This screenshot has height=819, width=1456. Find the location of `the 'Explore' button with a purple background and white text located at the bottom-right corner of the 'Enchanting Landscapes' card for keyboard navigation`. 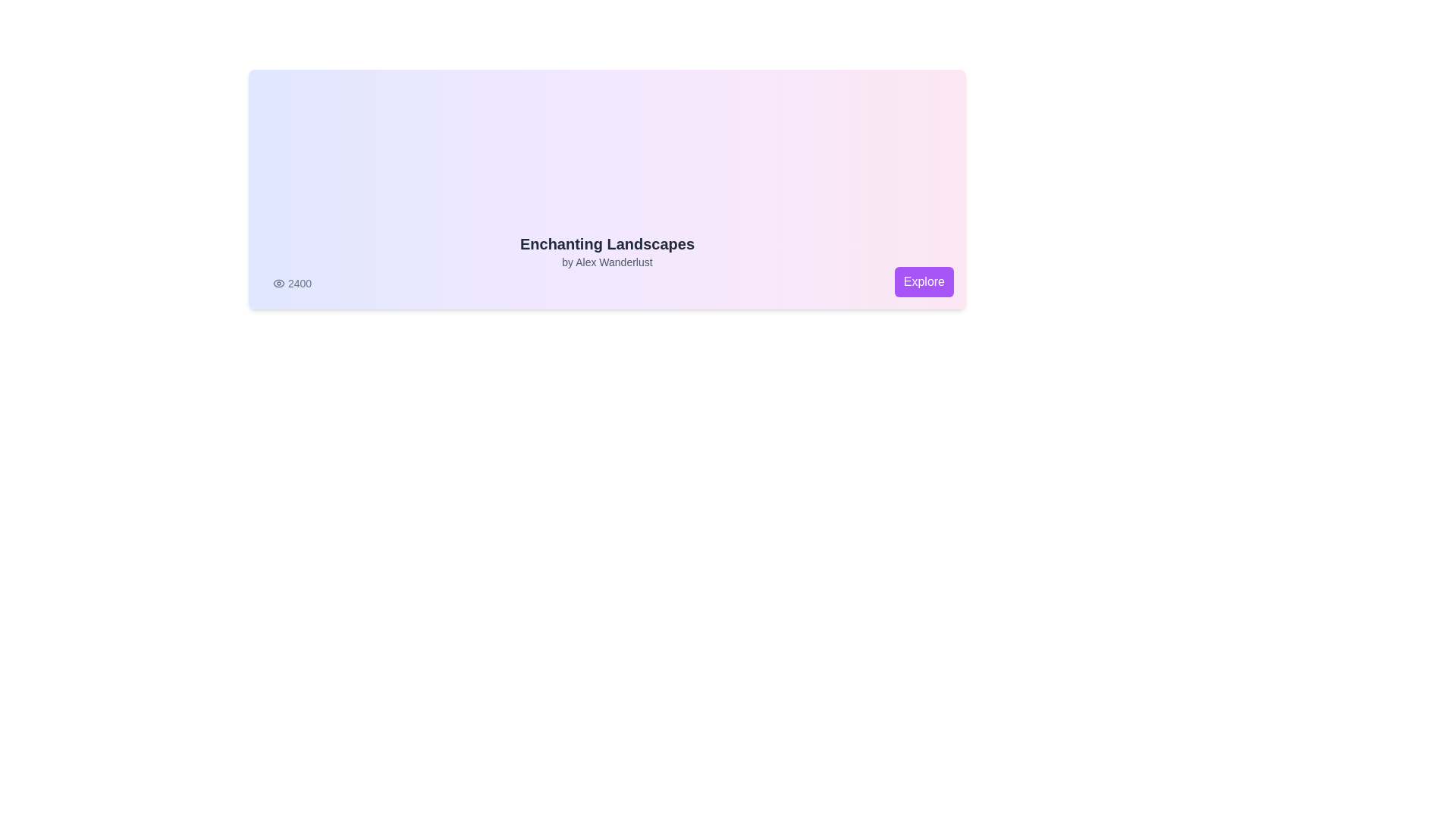

the 'Explore' button with a purple background and white text located at the bottom-right corner of the 'Enchanting Landscapes' card for keyboard navigation is located at coordinates (923, 281).